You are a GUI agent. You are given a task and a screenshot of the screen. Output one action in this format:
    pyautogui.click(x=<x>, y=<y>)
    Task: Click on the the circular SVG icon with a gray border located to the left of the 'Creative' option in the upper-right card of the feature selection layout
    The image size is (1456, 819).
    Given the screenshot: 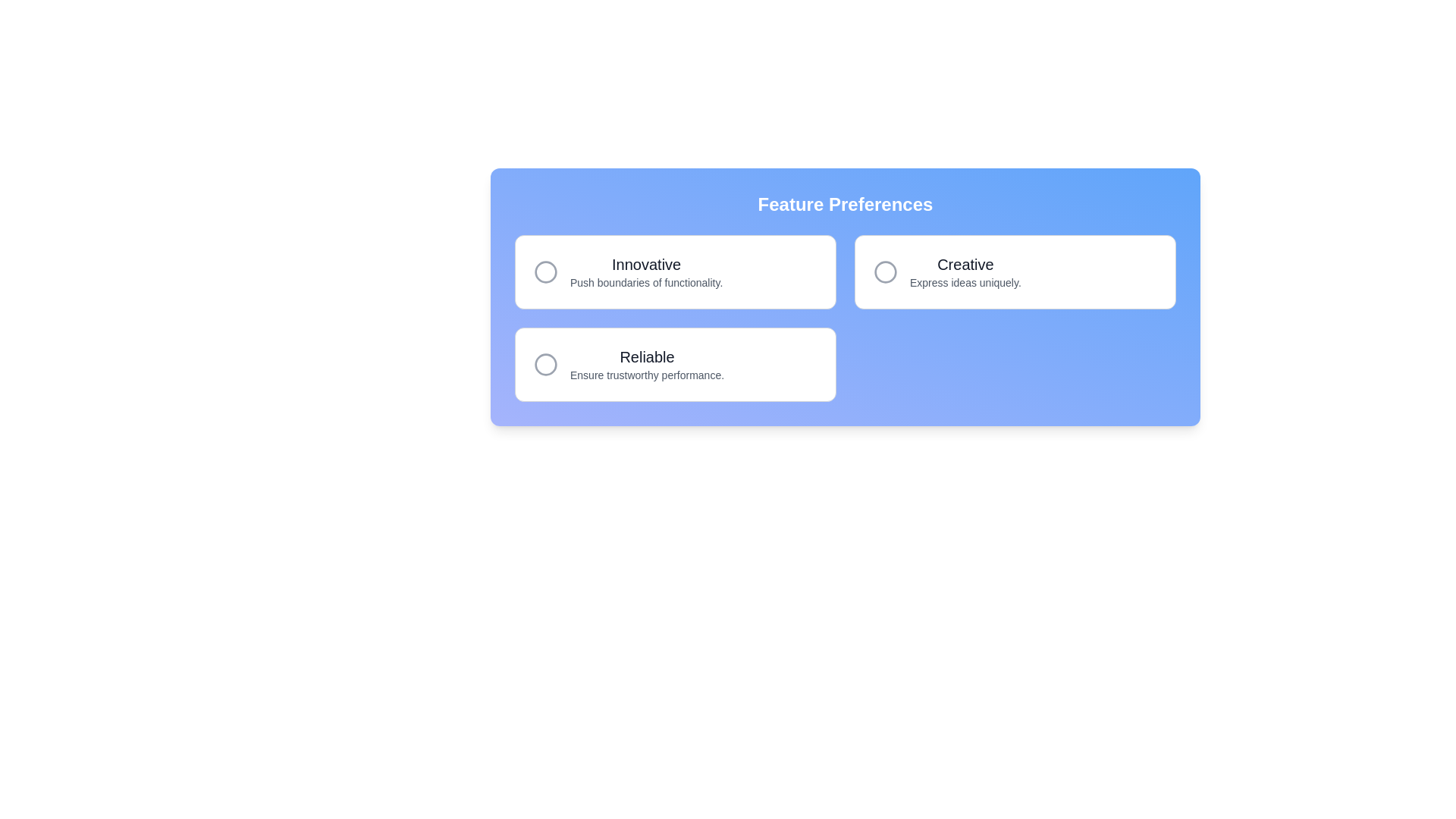 What is the action you would take?
    pyautogui.click(x=885, y=271)
    